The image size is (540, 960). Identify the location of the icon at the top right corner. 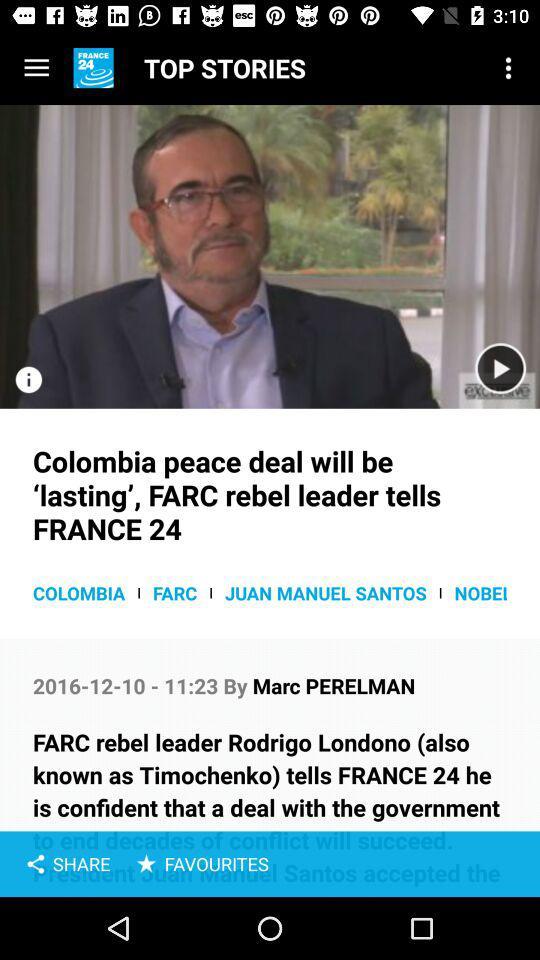
(508, 68).